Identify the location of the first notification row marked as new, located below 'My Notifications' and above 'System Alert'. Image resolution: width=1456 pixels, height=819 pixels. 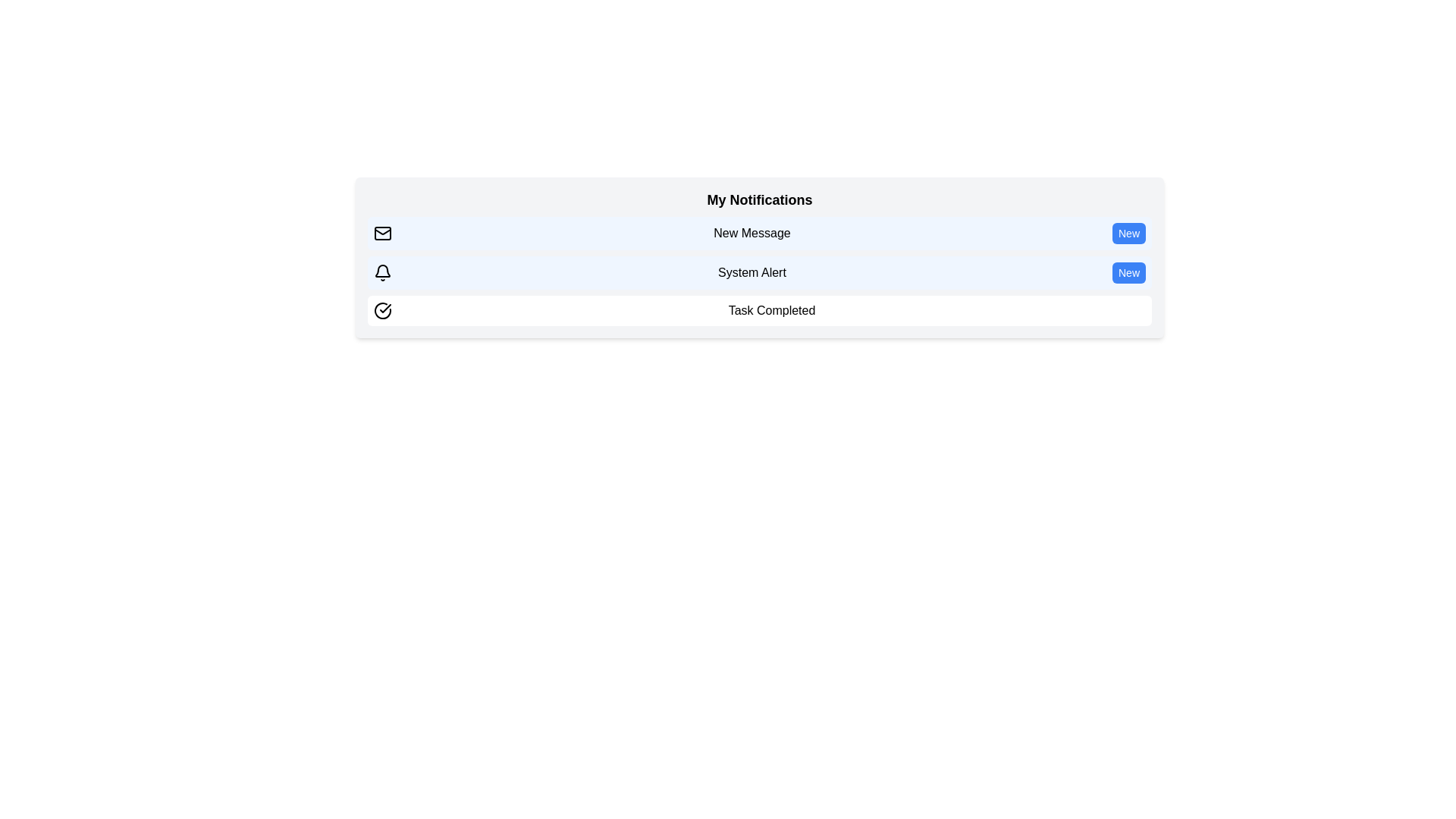
(760, 234).